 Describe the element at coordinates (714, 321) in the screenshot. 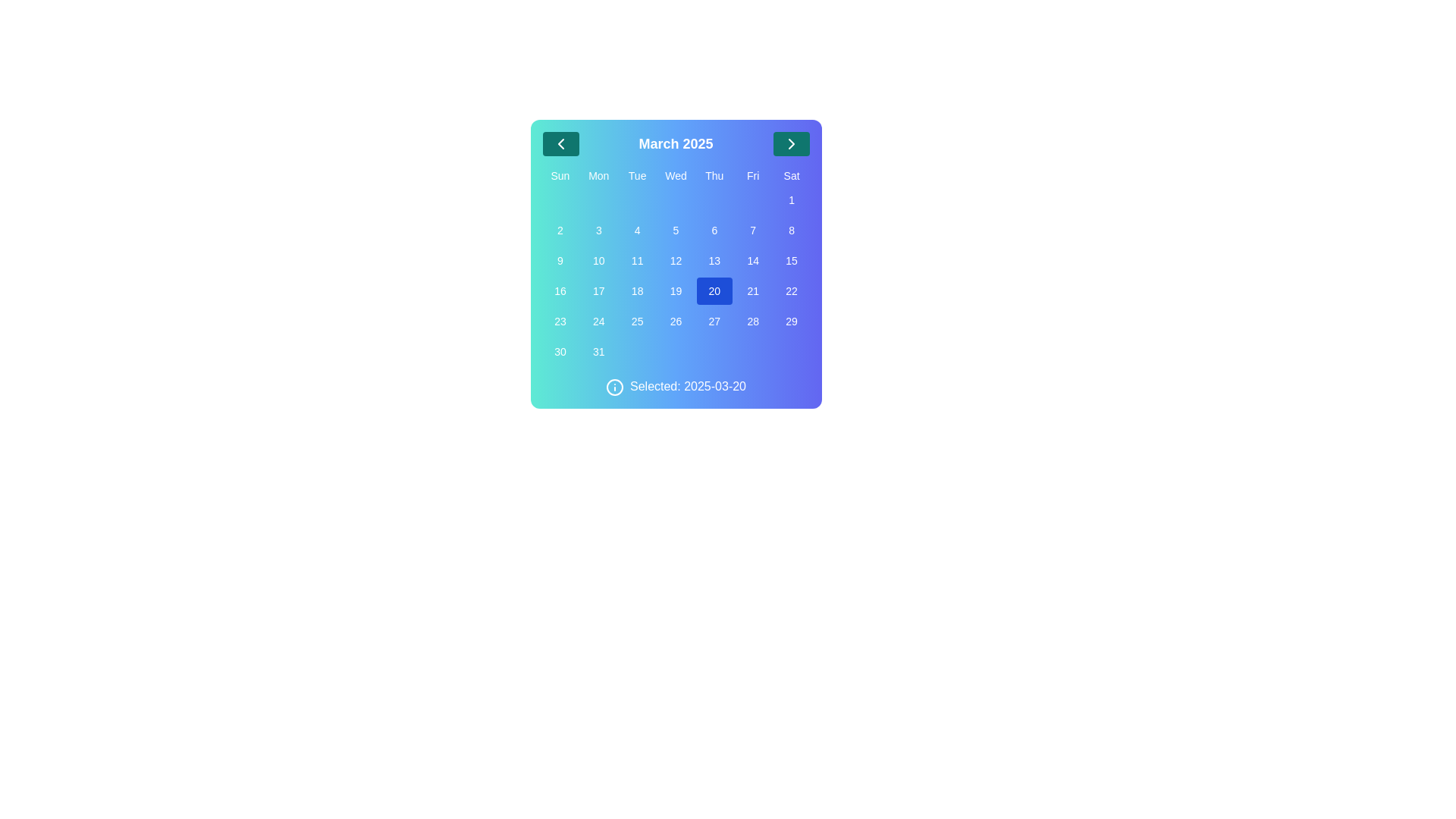

I see `the button representing the 27th day of the month in the calendar and focus on it using the keyboard` at that location.